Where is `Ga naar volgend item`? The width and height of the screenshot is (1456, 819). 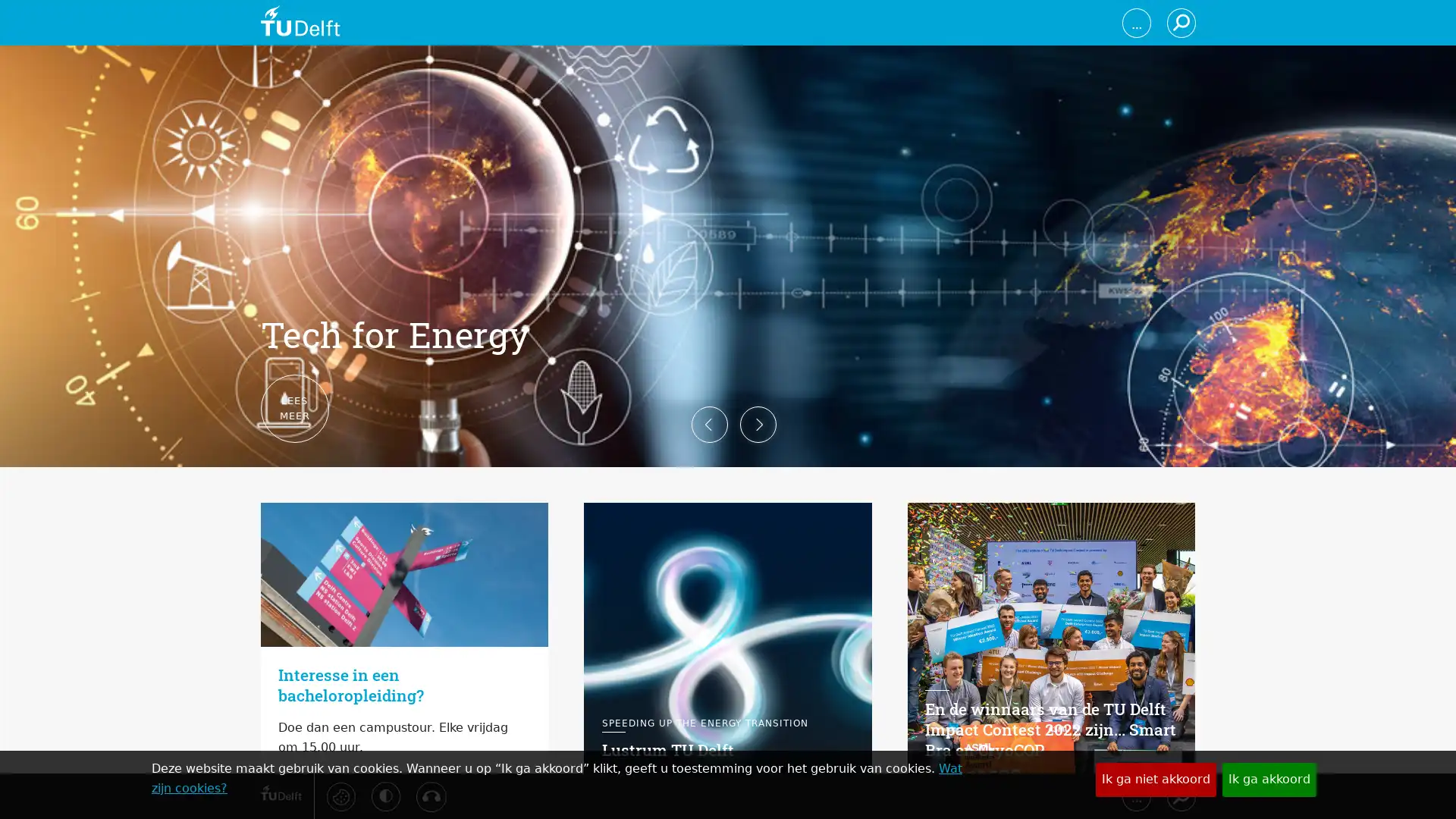
Ga naar volgend item is located at coordinates (1219, 409).